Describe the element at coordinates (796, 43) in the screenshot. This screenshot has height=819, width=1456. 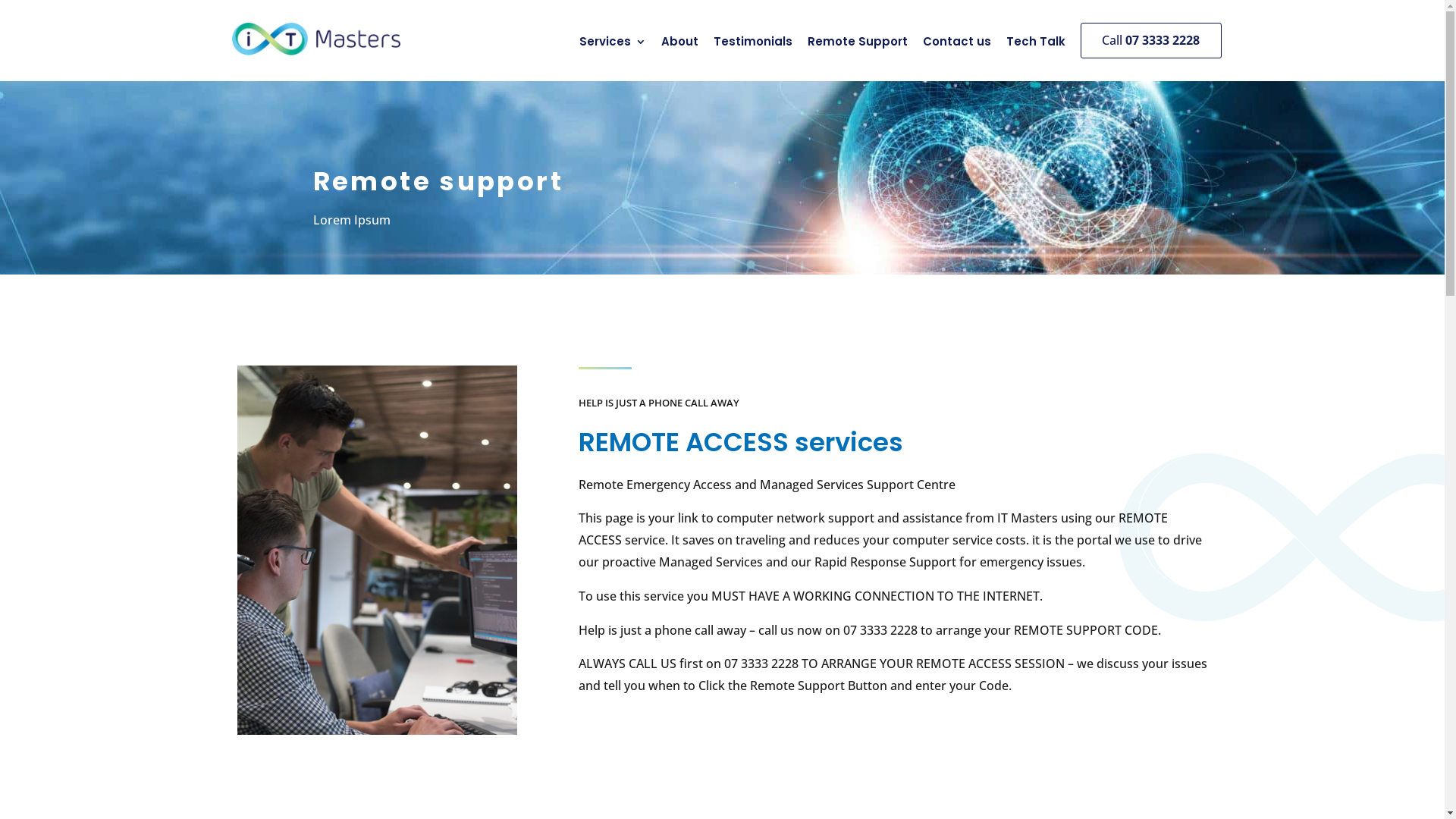
I see `'Remote Support'` at that location.